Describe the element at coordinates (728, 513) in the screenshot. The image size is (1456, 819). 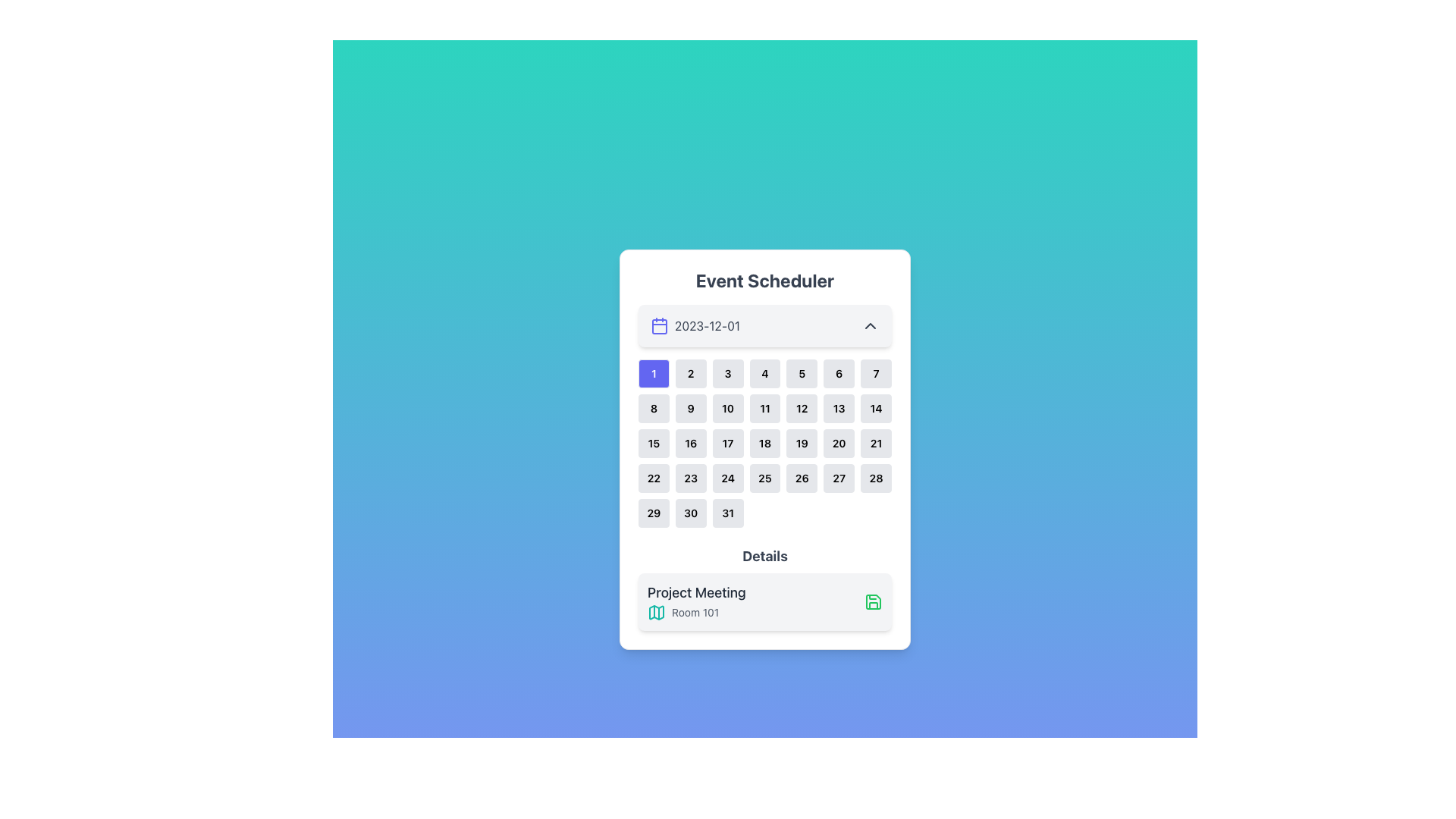
I see `the button that selects the date of the 31st in the calendar interface` at that location.